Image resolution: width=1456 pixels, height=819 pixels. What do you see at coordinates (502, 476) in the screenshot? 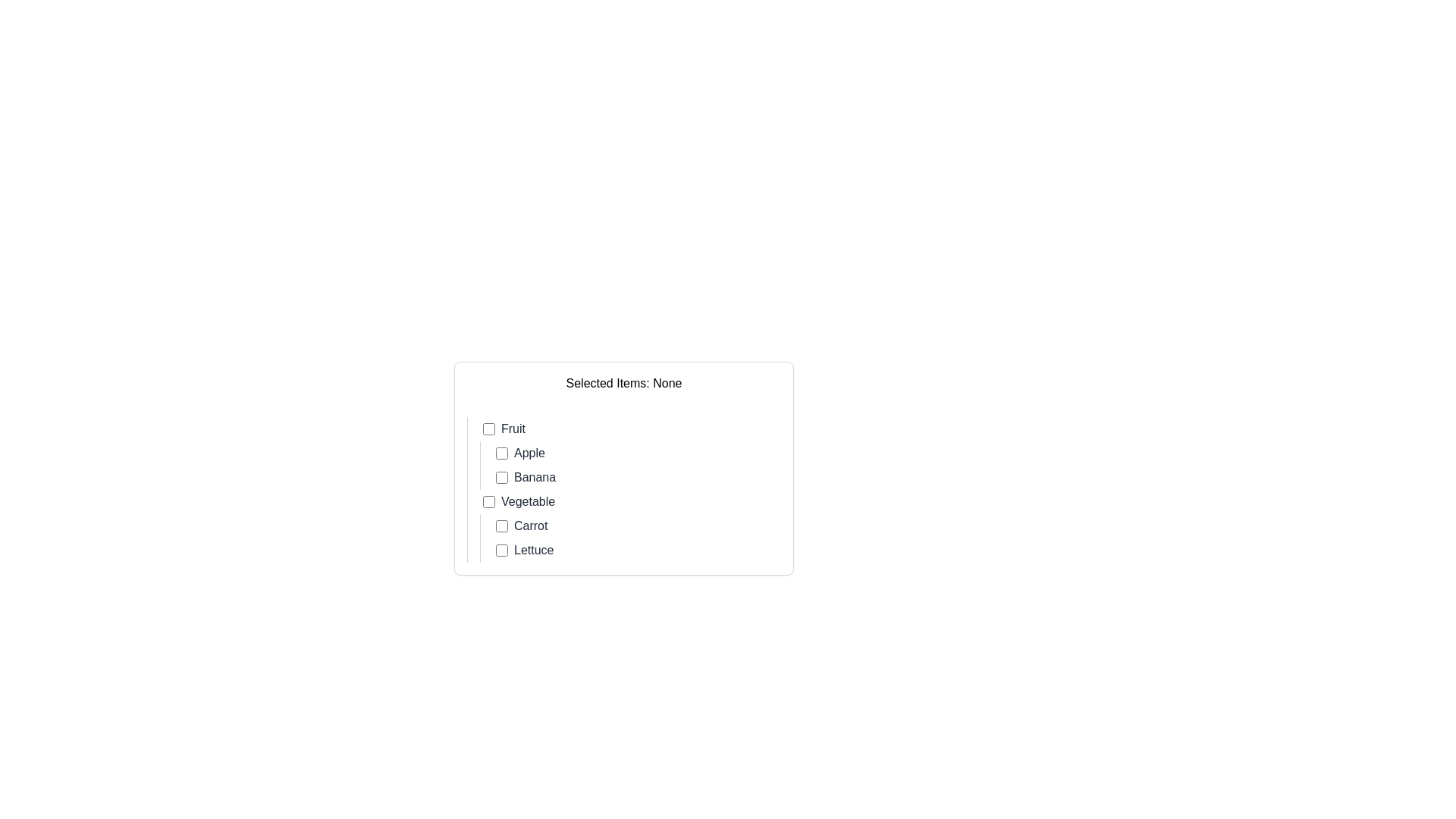
I see `the checkbox` at bounding box center [502, 476].